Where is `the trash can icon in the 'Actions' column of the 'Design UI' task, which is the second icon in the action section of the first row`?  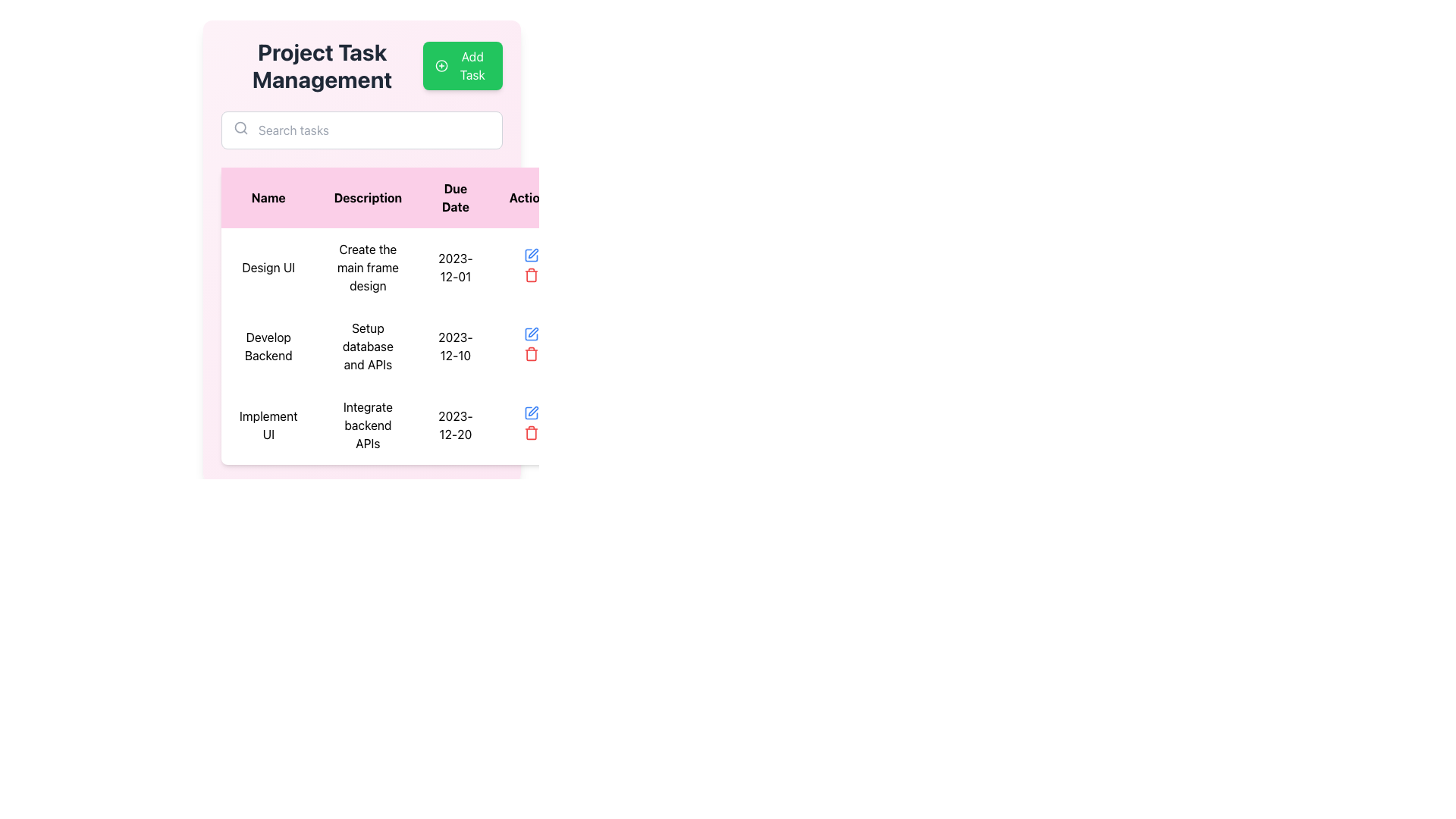 the trash can icon in the 'Actions' column of the 'Design UI' task, which is the second icon in the action section of the first row is located at coordinates (531, 275).